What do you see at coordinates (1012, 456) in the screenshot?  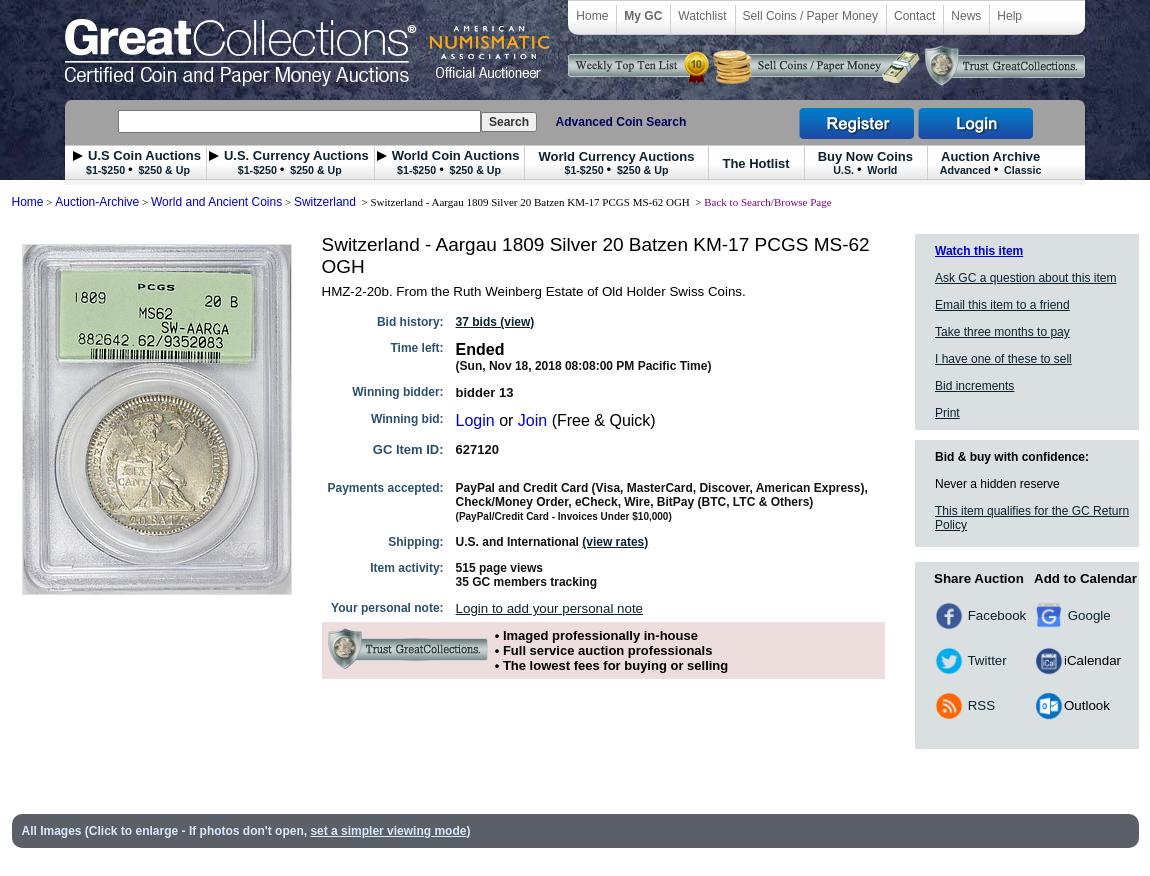 I see `'Bid & buy with confidence:'` at bounding box center [1012, 456].